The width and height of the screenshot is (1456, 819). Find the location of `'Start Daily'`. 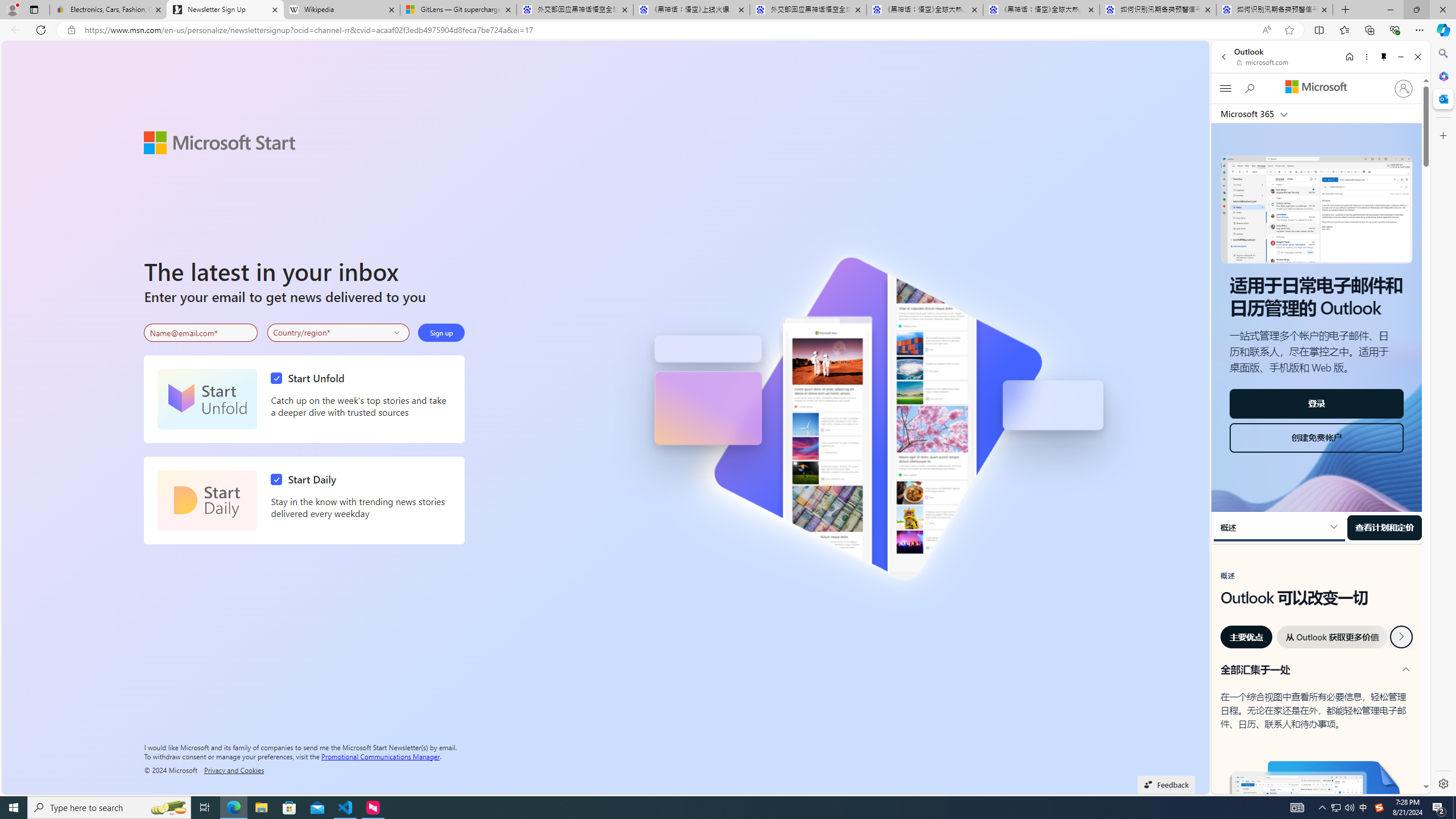

'Start Daily' is located at coordinates (206, 500).